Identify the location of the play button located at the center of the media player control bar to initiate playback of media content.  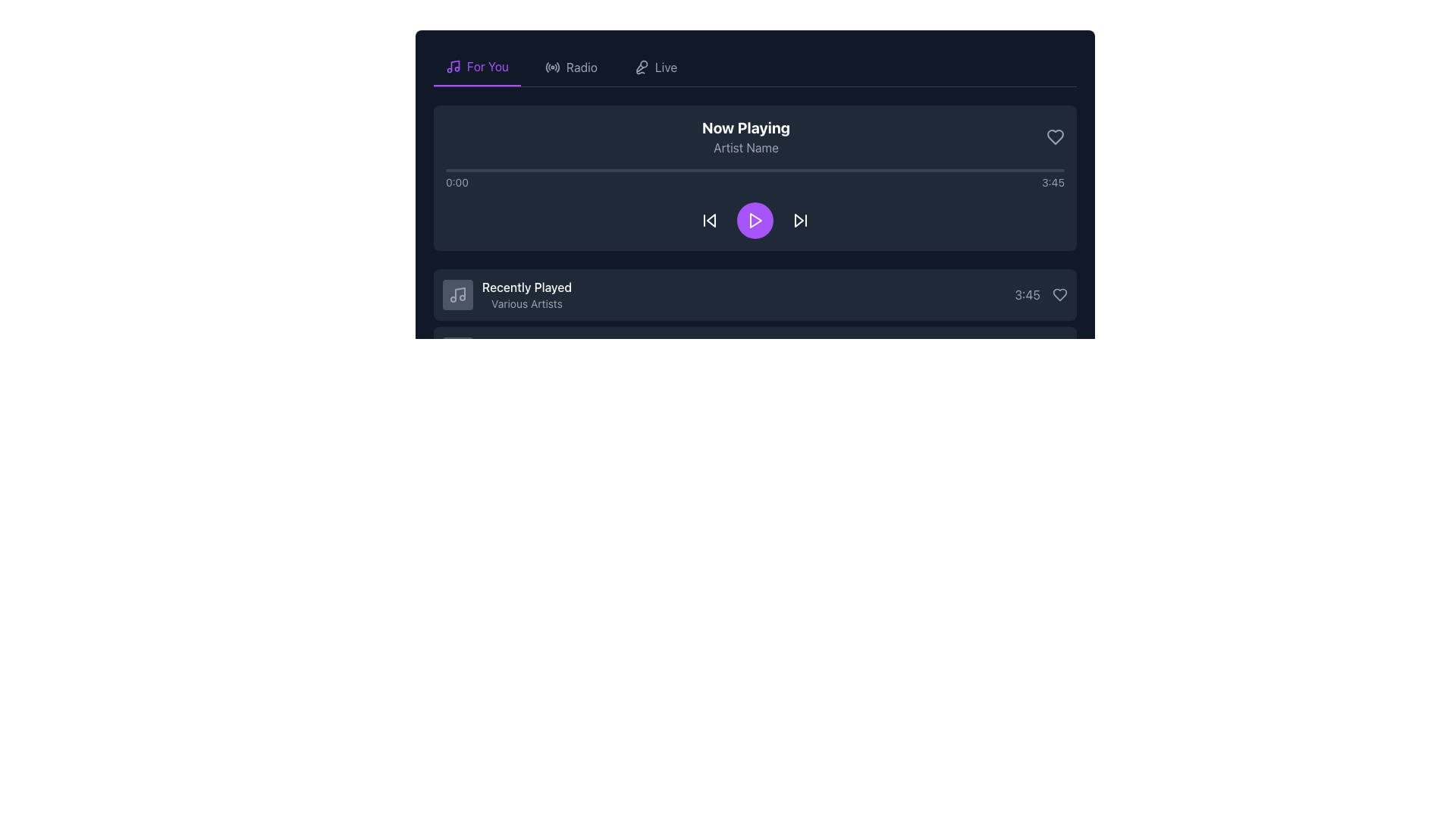
(755, 220).